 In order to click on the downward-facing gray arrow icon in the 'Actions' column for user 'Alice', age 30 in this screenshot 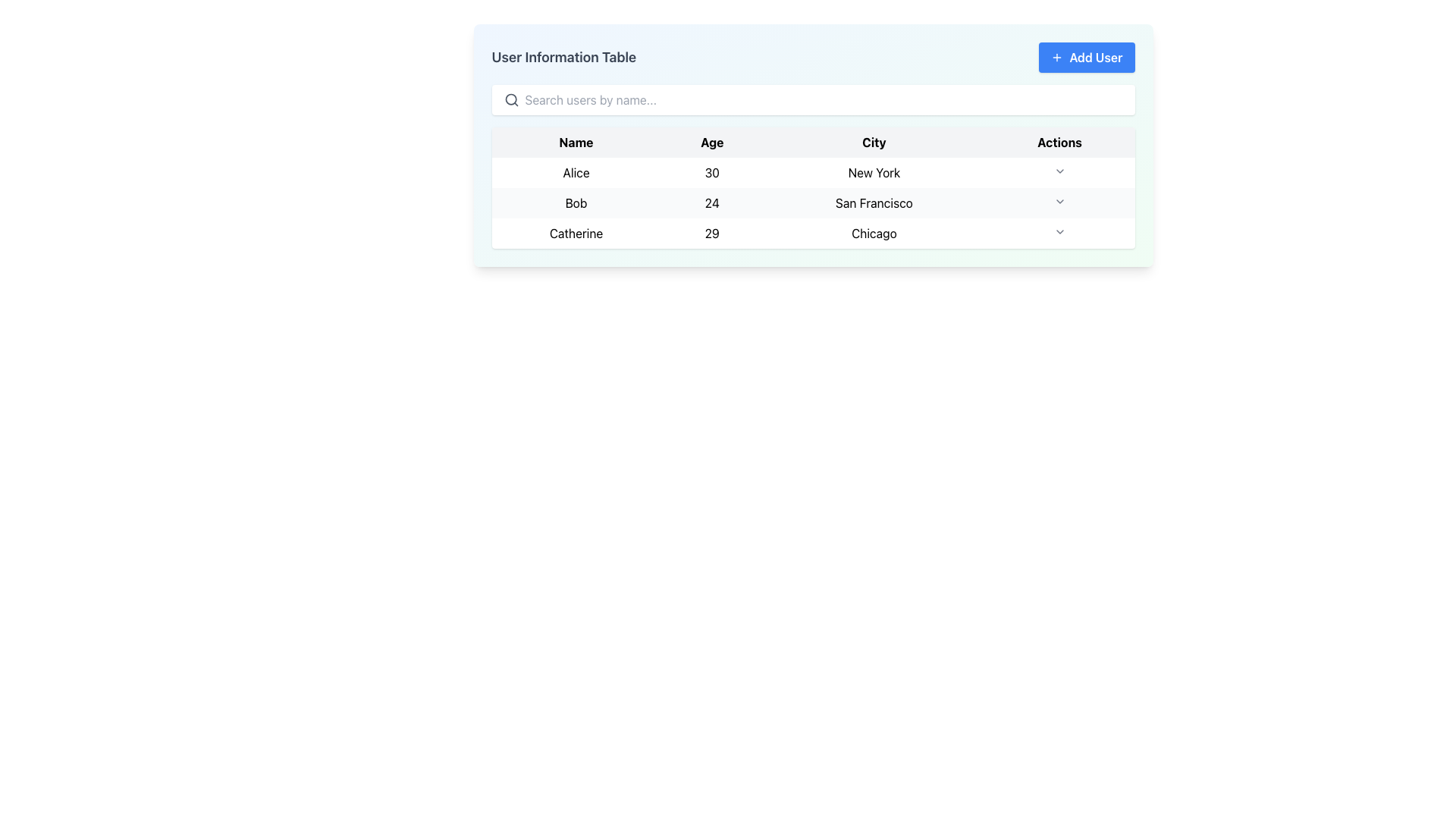, I will do `click(1059, 171)`.